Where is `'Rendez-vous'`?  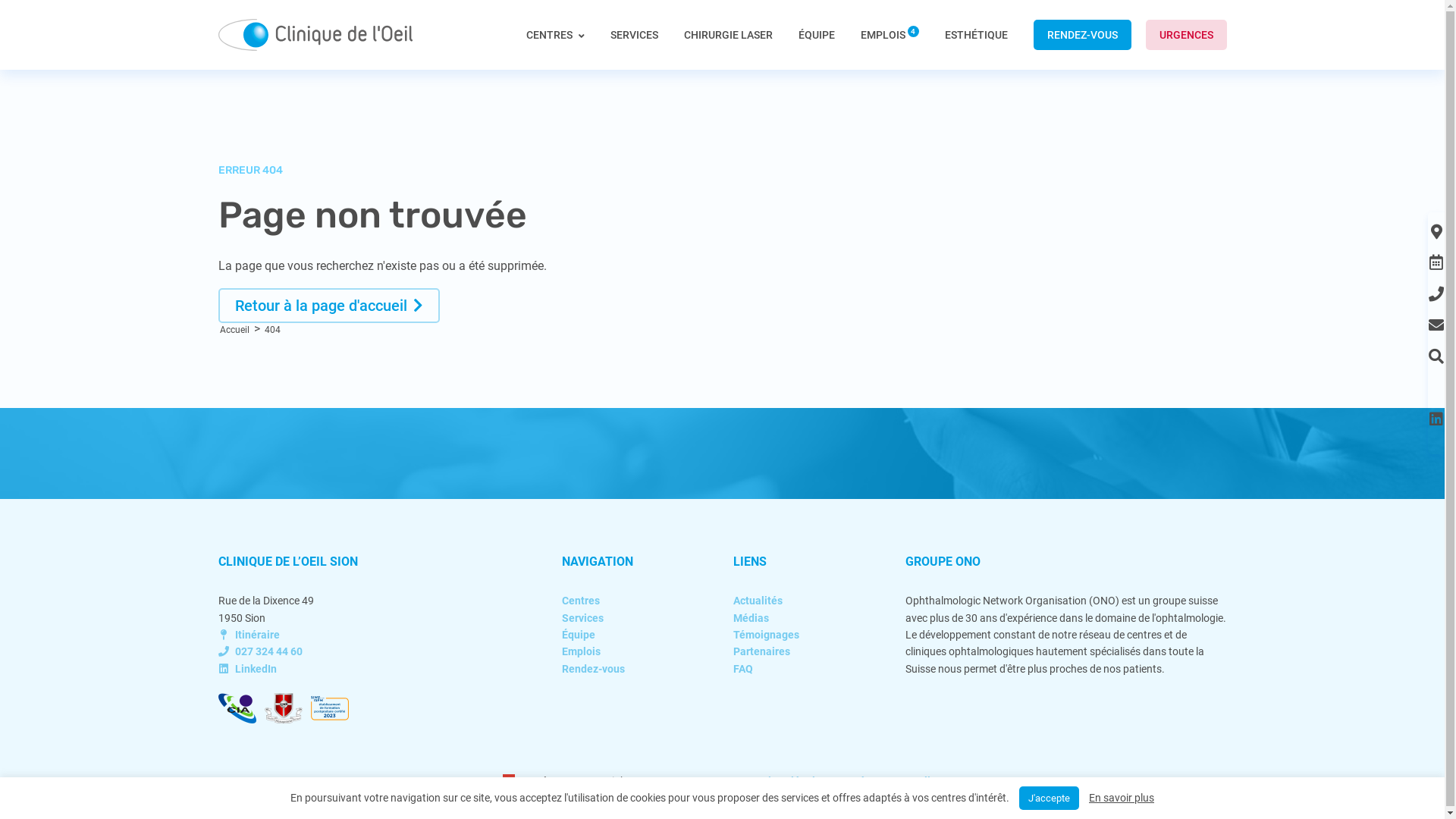 'Rendez-vous' is located at coordinates (560, 668).